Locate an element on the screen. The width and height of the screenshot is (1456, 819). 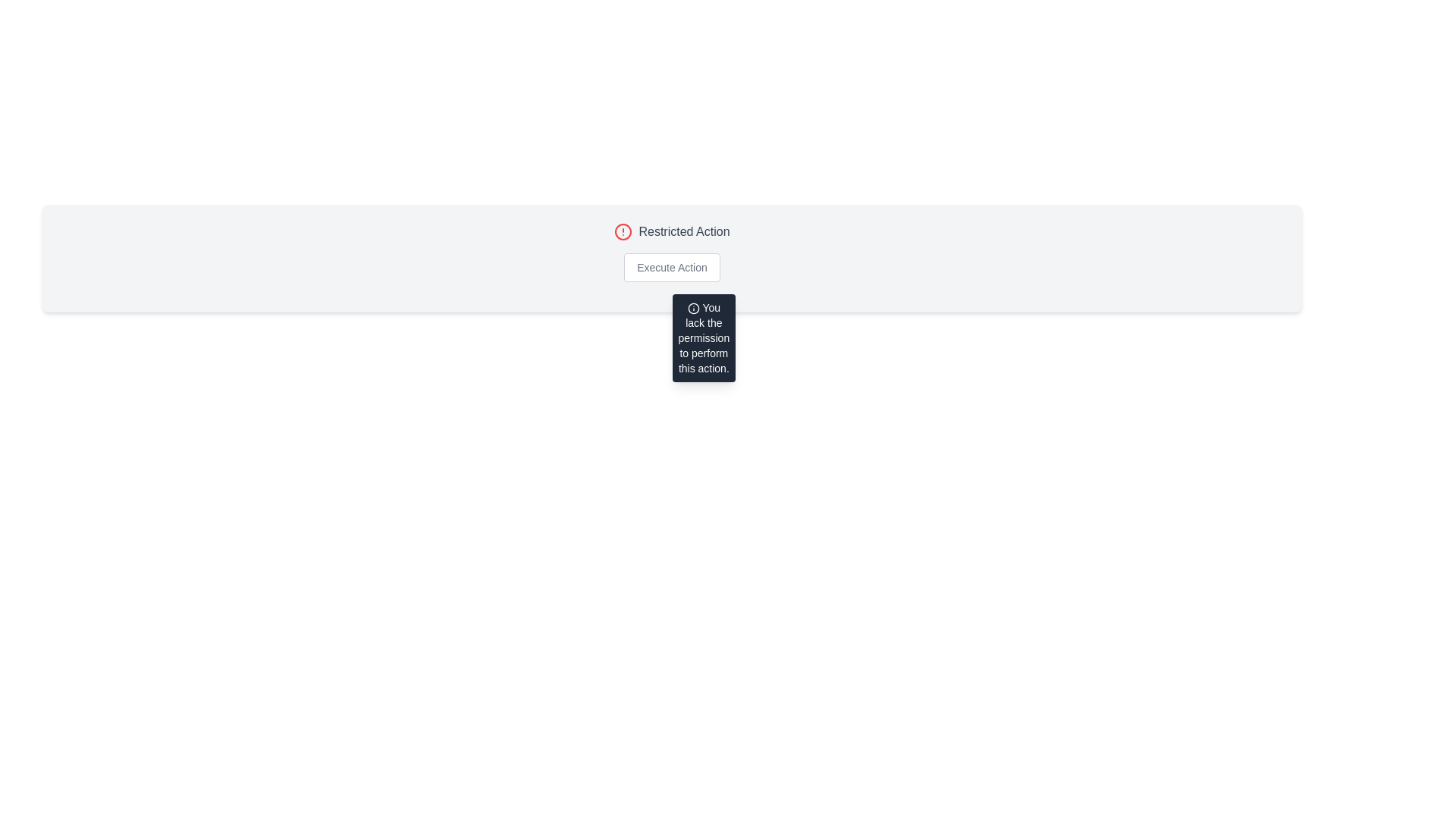
the text label displaying 'Restricted Action' is located at coordinates (683, 231).